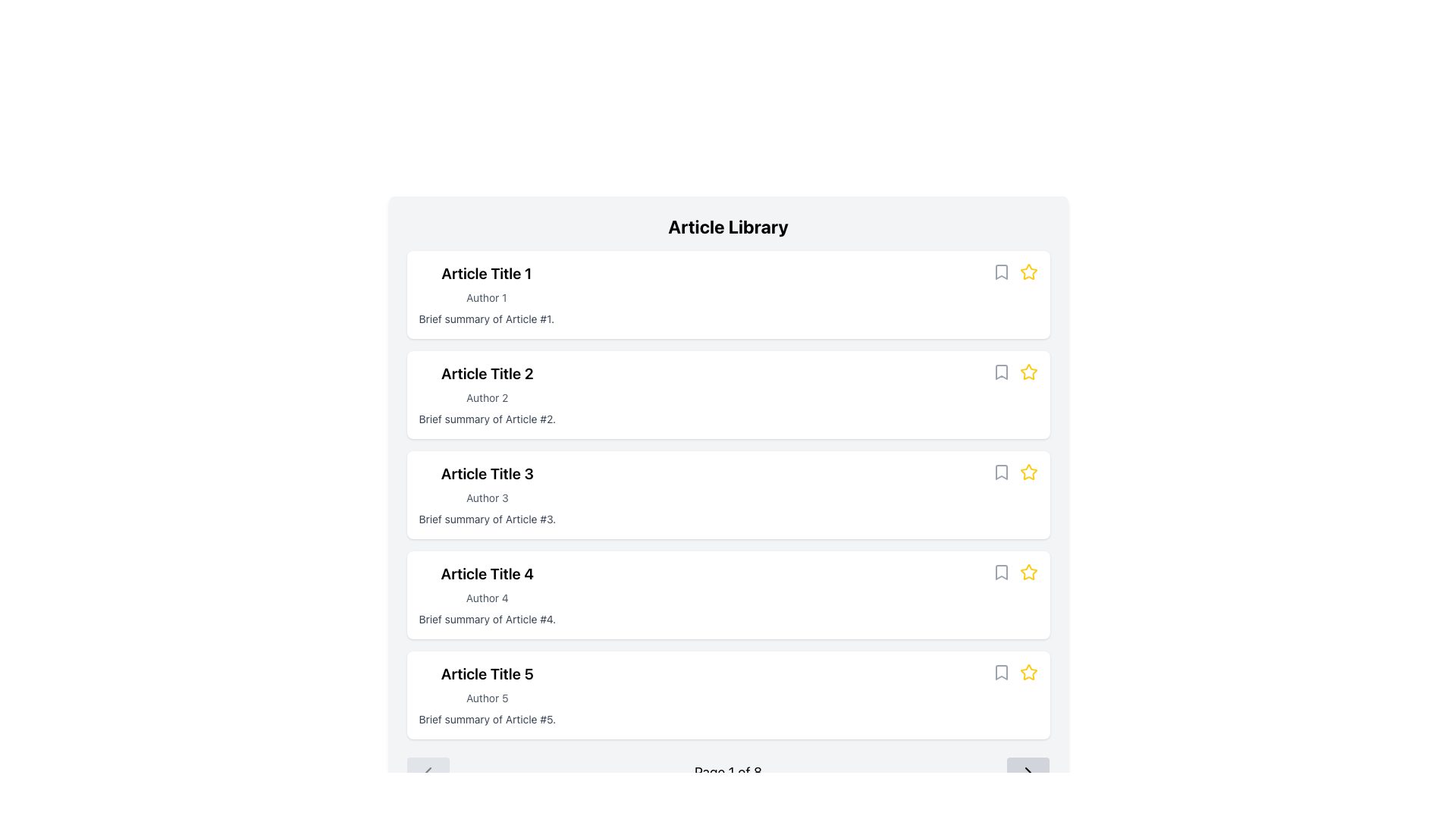 The width and height of the screenshot is (1456, 819). I want to click on the gray bookmark icon located on the right side of the list item for 'Article Title 2' to bookmark the article, so click(1001, 372).